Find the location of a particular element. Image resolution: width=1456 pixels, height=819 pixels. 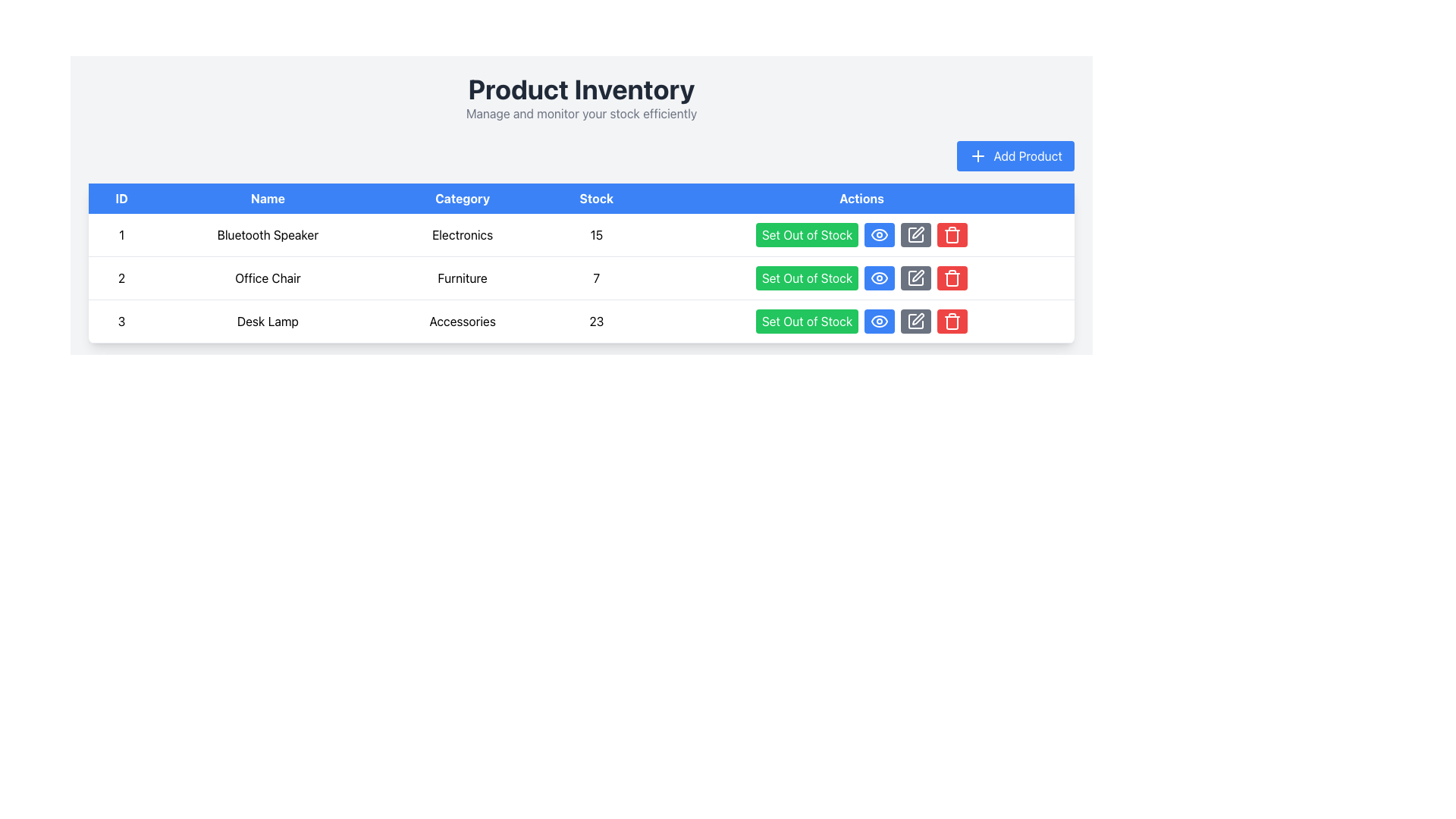

the trash bin icon button located in the last column of the 'Desk Lamp' row under the 'Actions' header to initiate a delete action is located at coordinates (952, 278).